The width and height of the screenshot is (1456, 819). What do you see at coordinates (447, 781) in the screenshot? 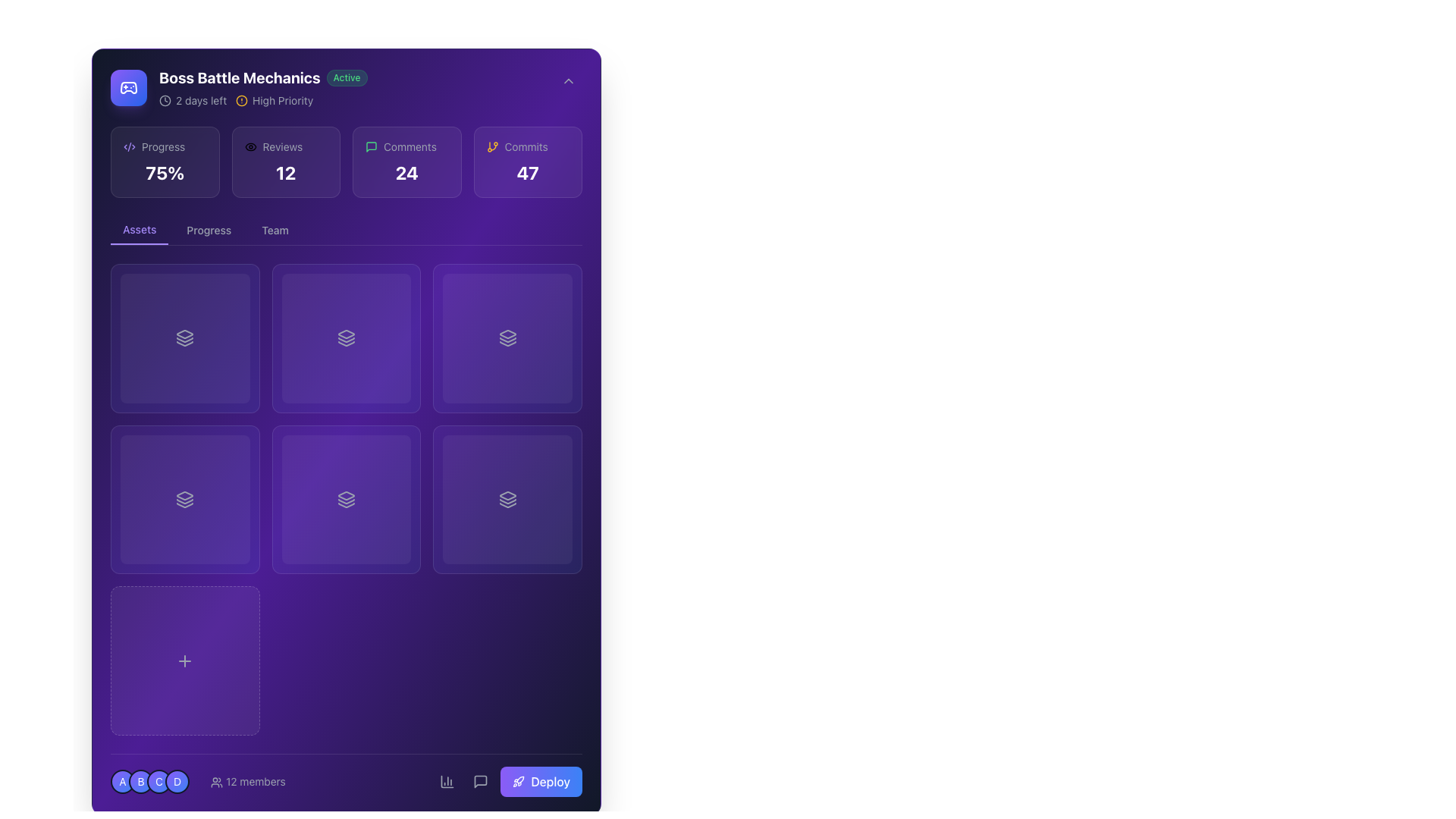
I see `the small square-shaped button with a graph-like icon featuring vertical bars and a curved line, located to the left of the 'Deploy' button in the bottom section of the interface` at bounding box center [447, 781].